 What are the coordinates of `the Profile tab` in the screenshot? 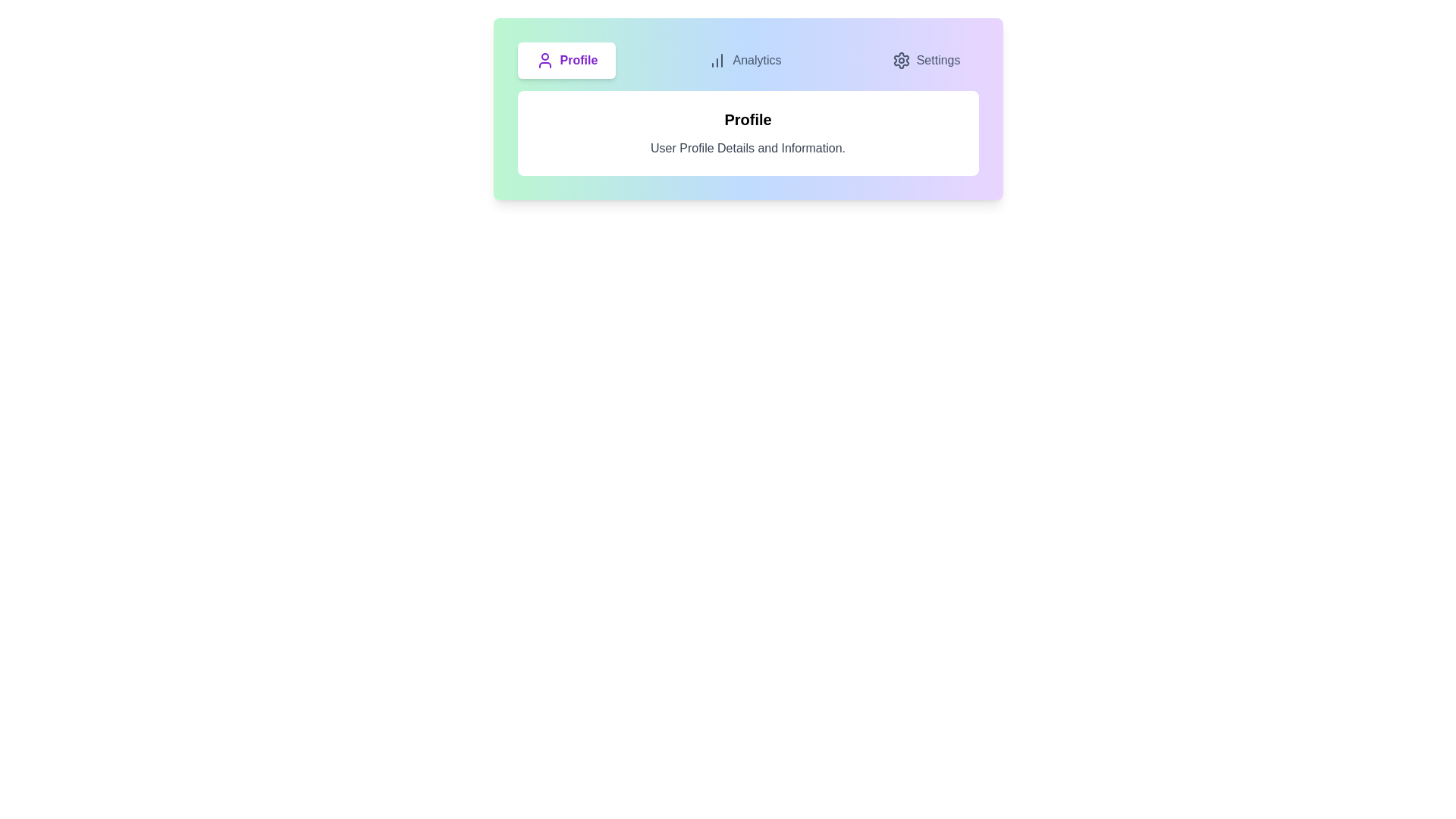 It's located at (566, 60).